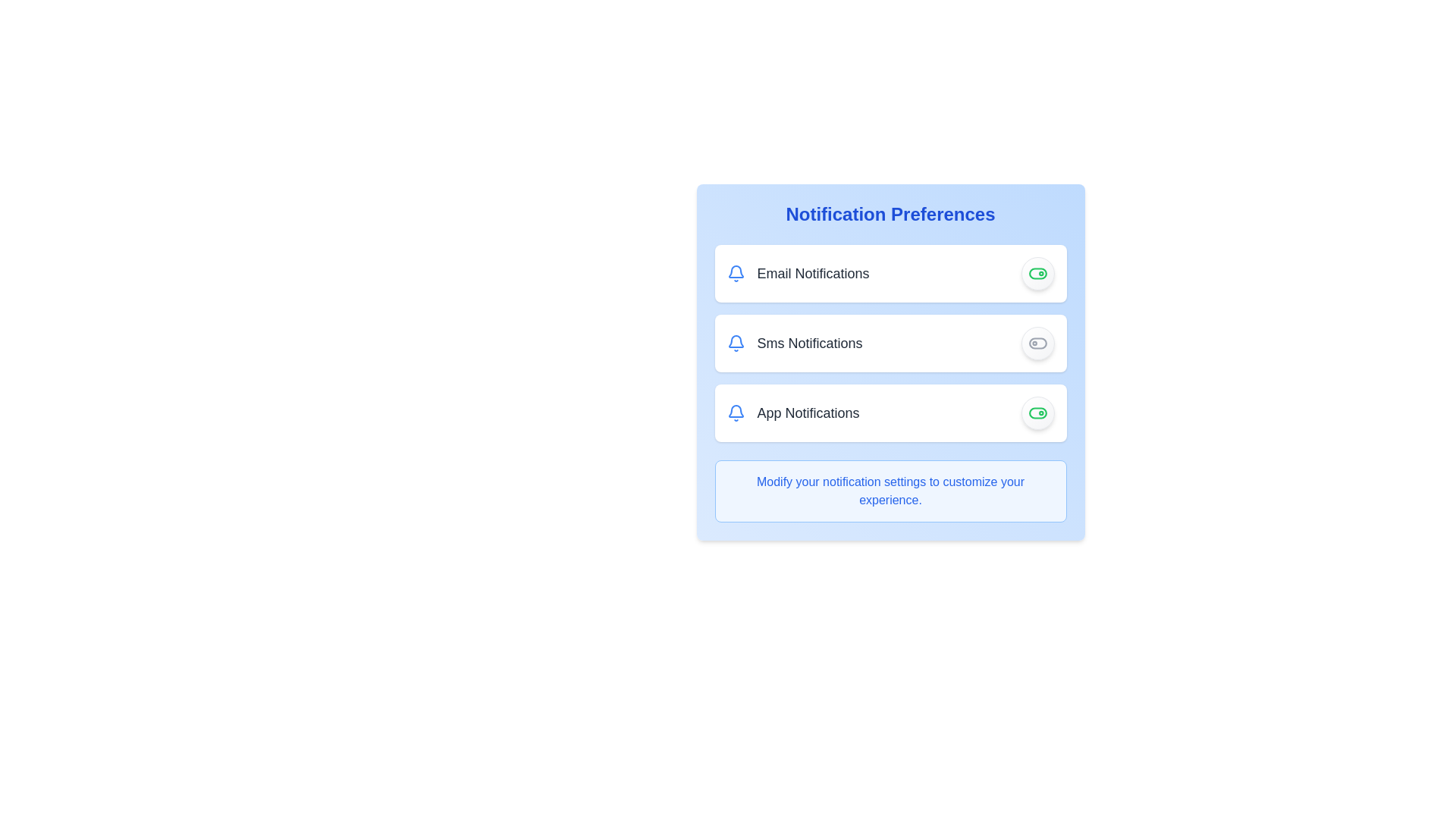  What do you see at coordinates (793, 343) in the screenshot?
I see `SMS notifications label element located in the second row of the 'Notification Preferences' section, positioned below 'Email Notifications' and above 'App Notifications'` at bounding box center [793, 343].